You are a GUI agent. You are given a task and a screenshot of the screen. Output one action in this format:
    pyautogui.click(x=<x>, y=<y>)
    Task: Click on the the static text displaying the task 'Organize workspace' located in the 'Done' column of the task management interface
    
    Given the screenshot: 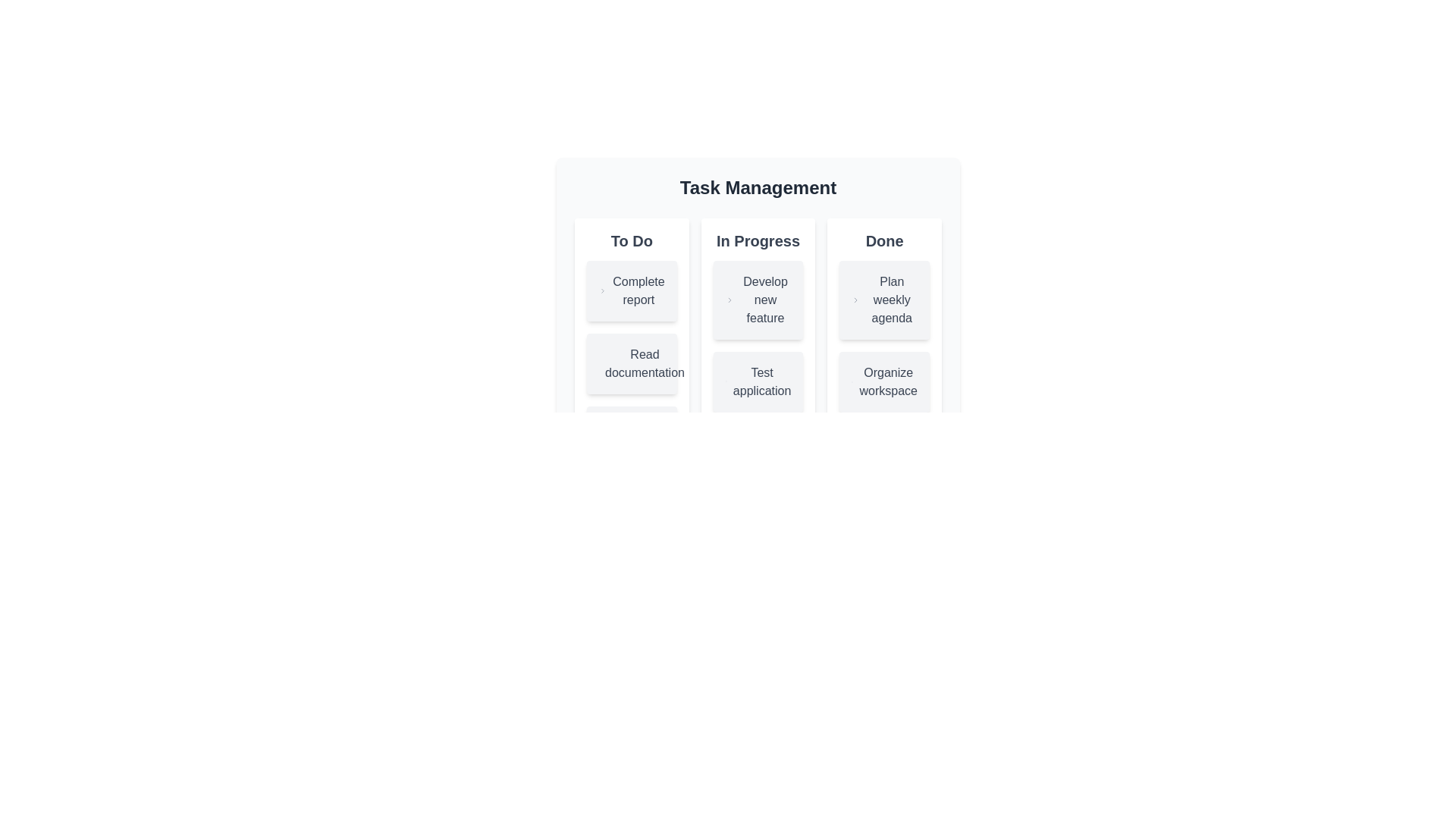 What is the action you would take?
    pyautogui.click(x=884, y=381)
    